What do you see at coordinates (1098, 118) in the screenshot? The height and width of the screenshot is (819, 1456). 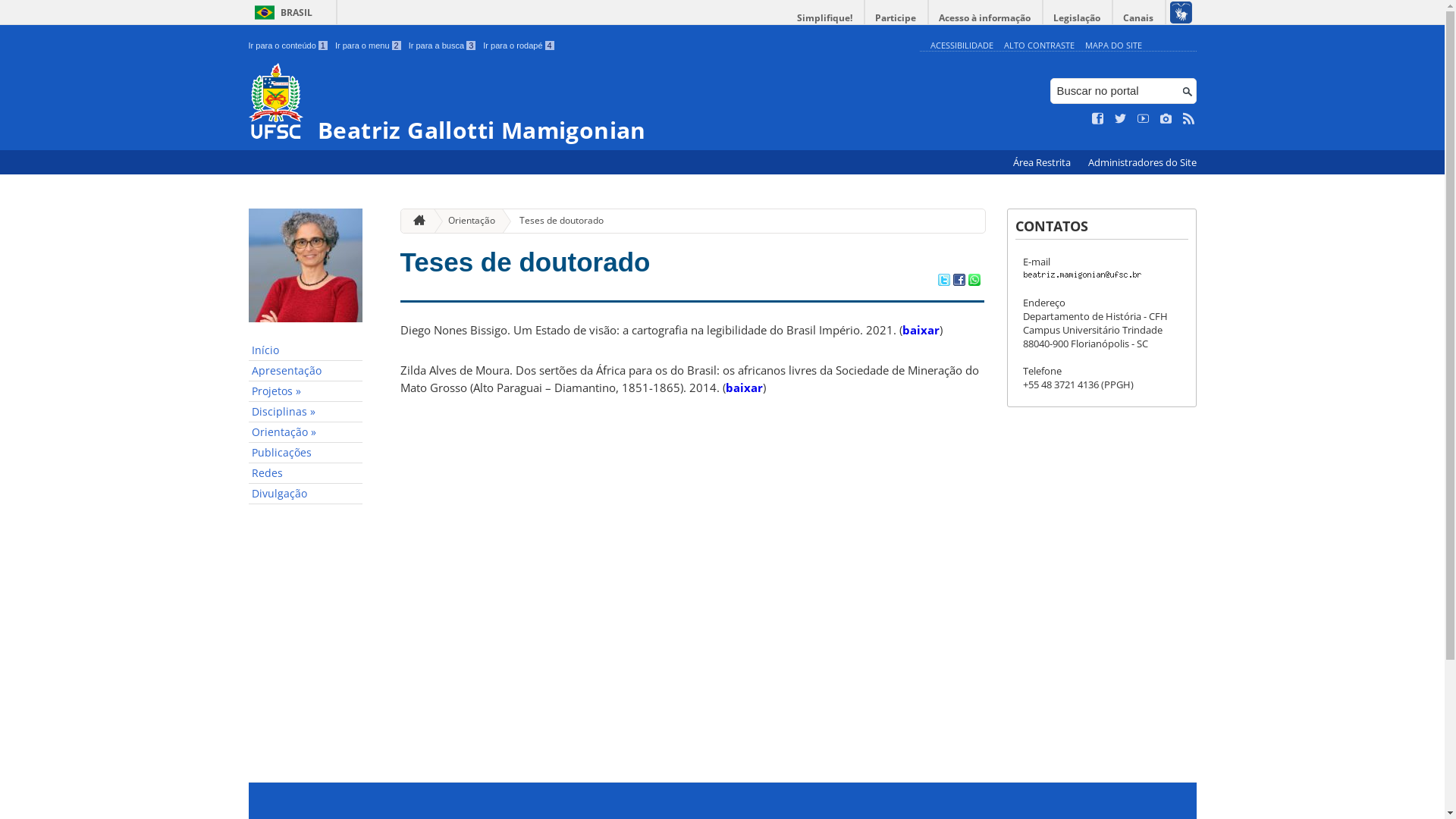 I see `'Curta no Facebook'` at bounding box center [1098, 118].